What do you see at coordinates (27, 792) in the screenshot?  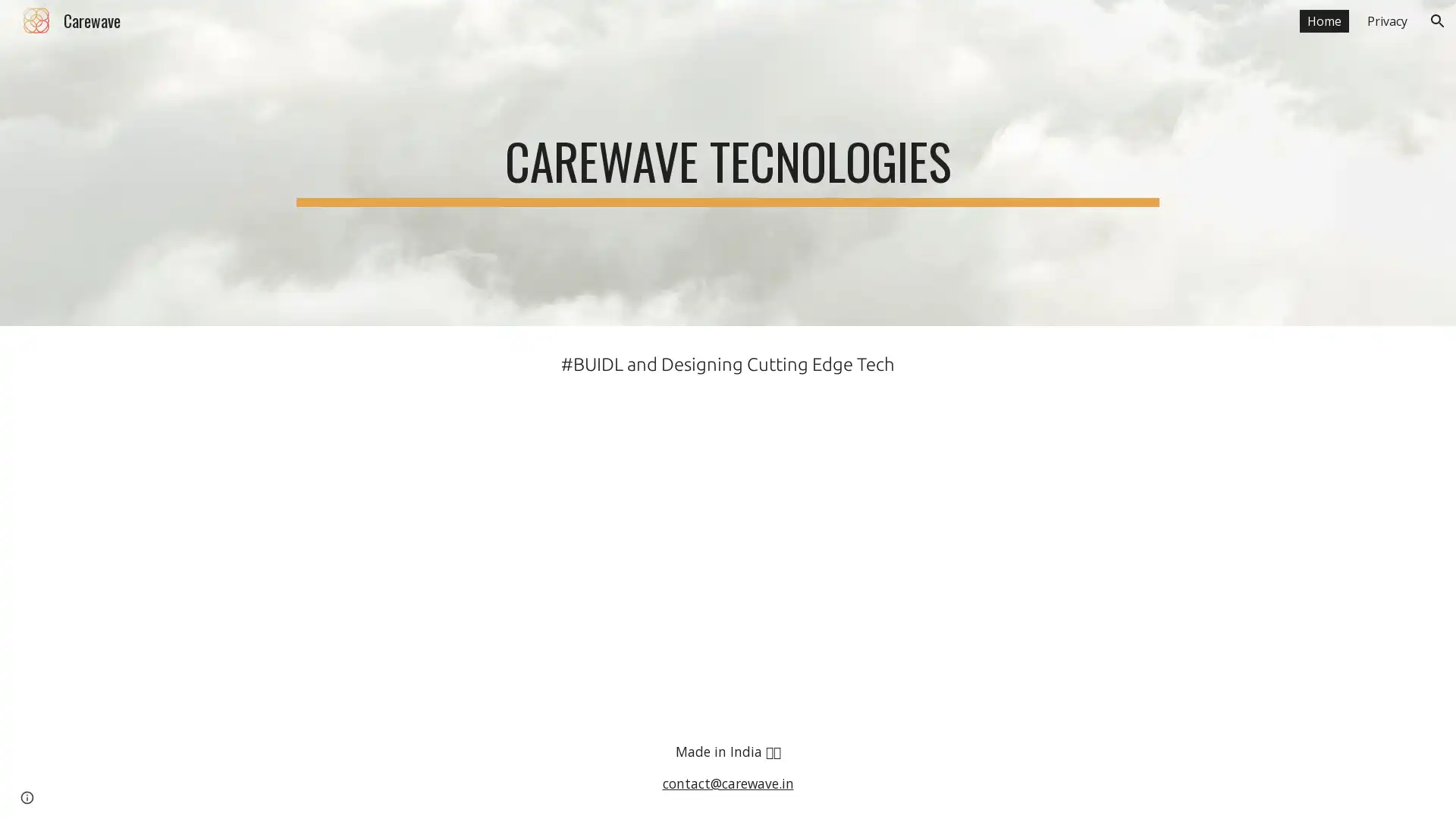 I see `Site actions` at bounding box center [27, 792].